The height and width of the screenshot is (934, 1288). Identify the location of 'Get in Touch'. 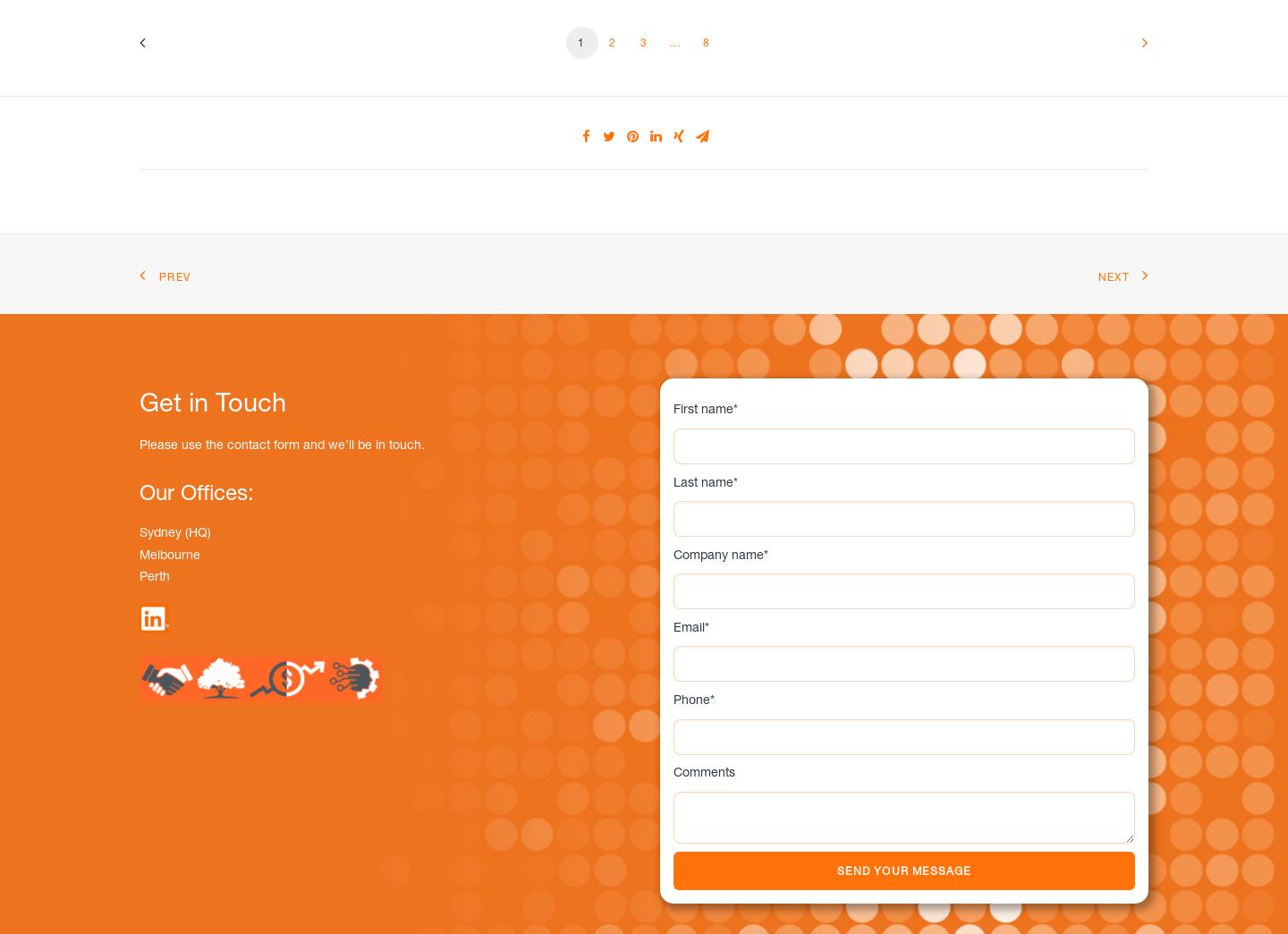
(213, 399).